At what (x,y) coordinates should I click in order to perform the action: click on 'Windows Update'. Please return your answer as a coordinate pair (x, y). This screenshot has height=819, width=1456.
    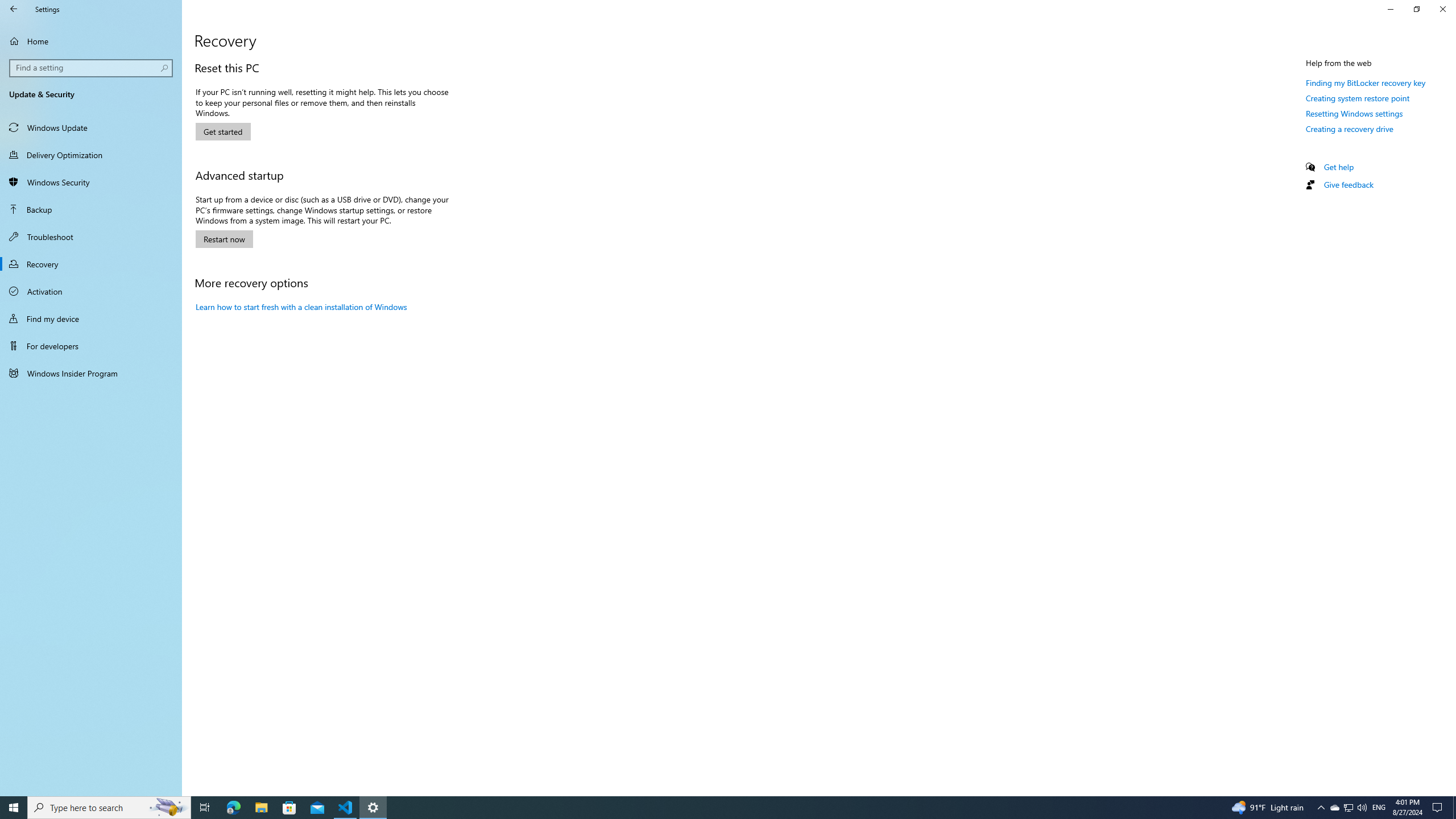
    Looking at the image, I should click on (90, 126).